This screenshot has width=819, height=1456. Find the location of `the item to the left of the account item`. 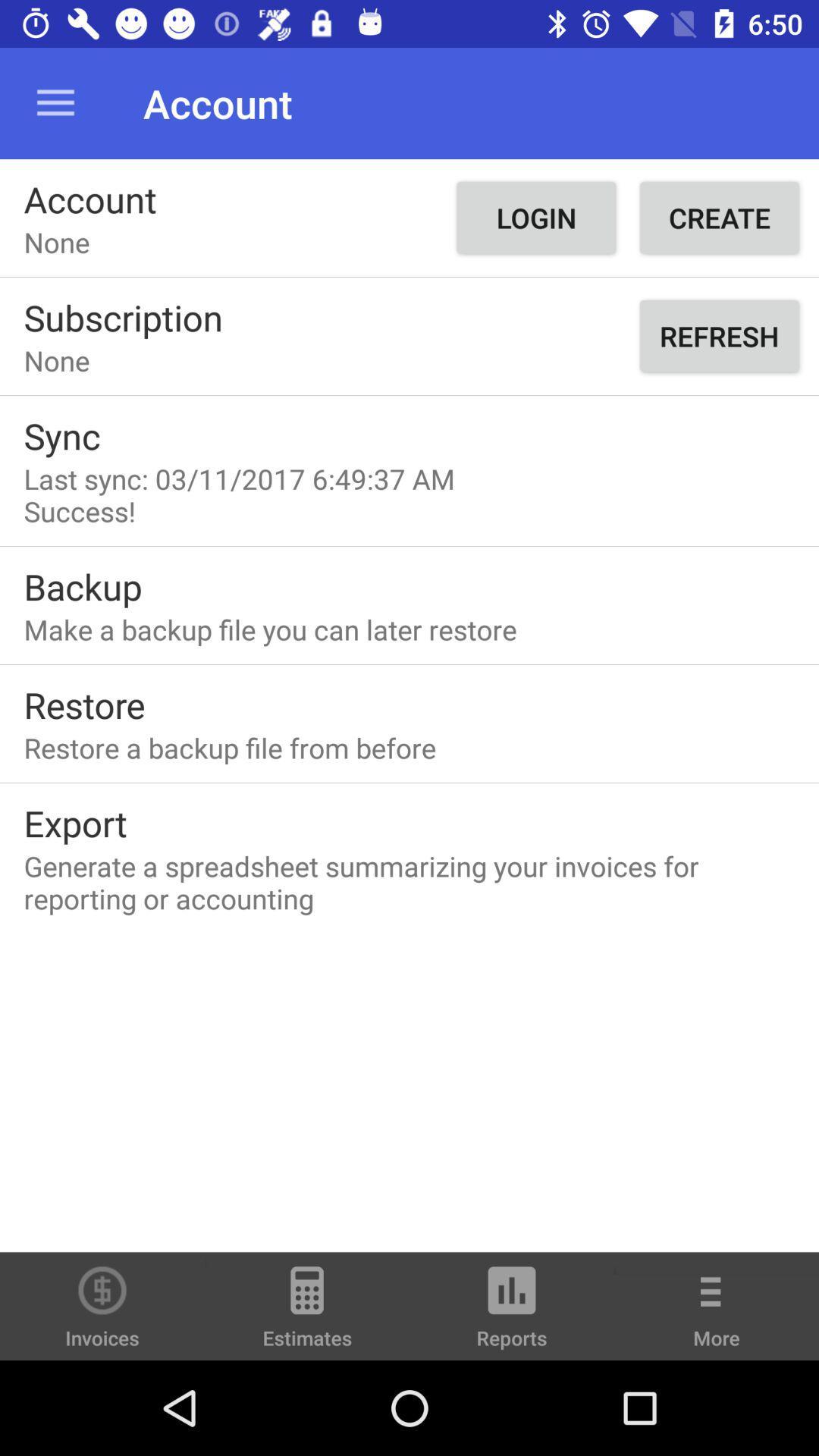

the item to the left of the account item is located at coordinates (55, 102).